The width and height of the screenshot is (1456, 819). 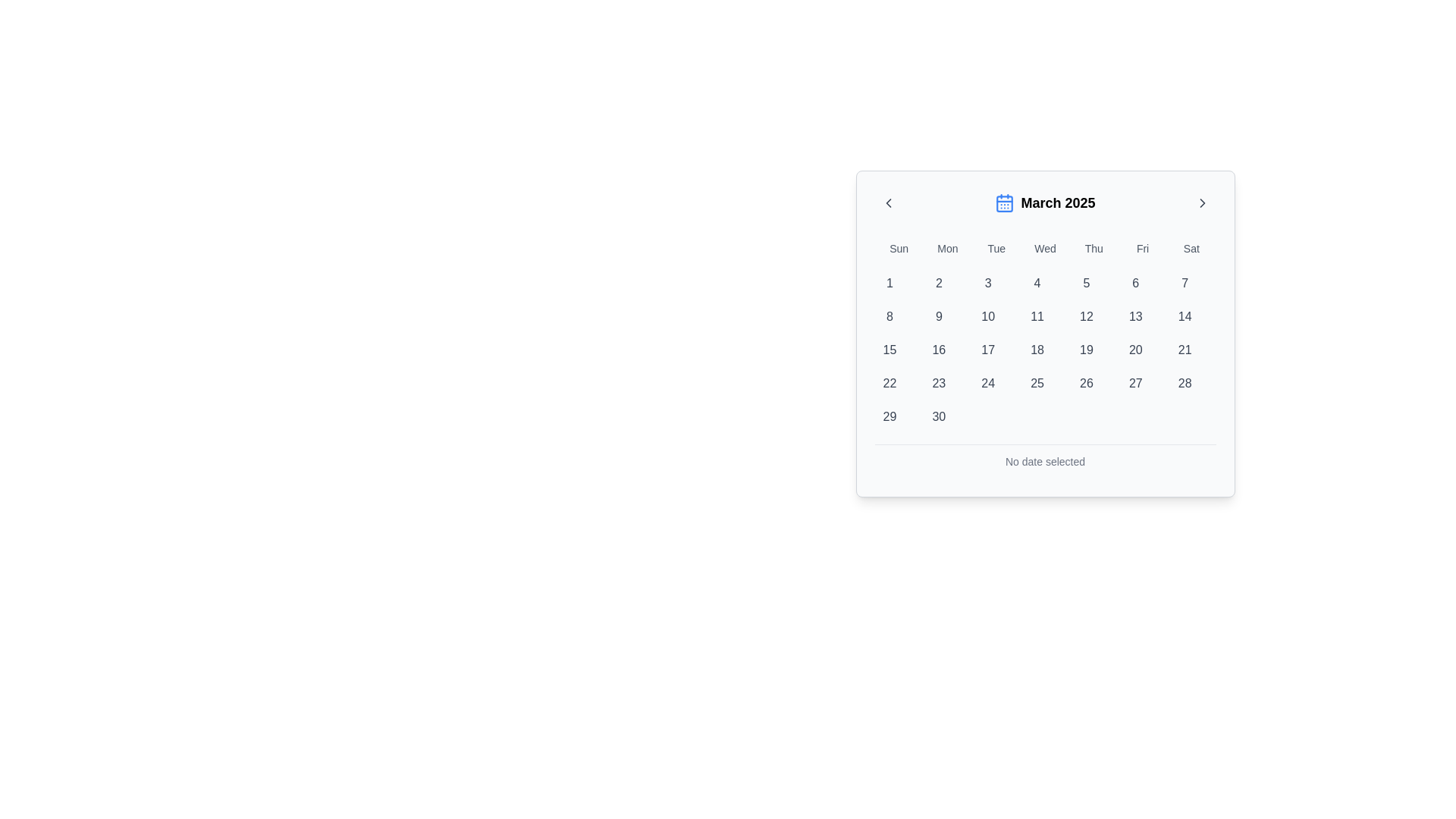 I want to click on the button representing the 24th day in the March 2025 calendar, so click(x=988, y=382).